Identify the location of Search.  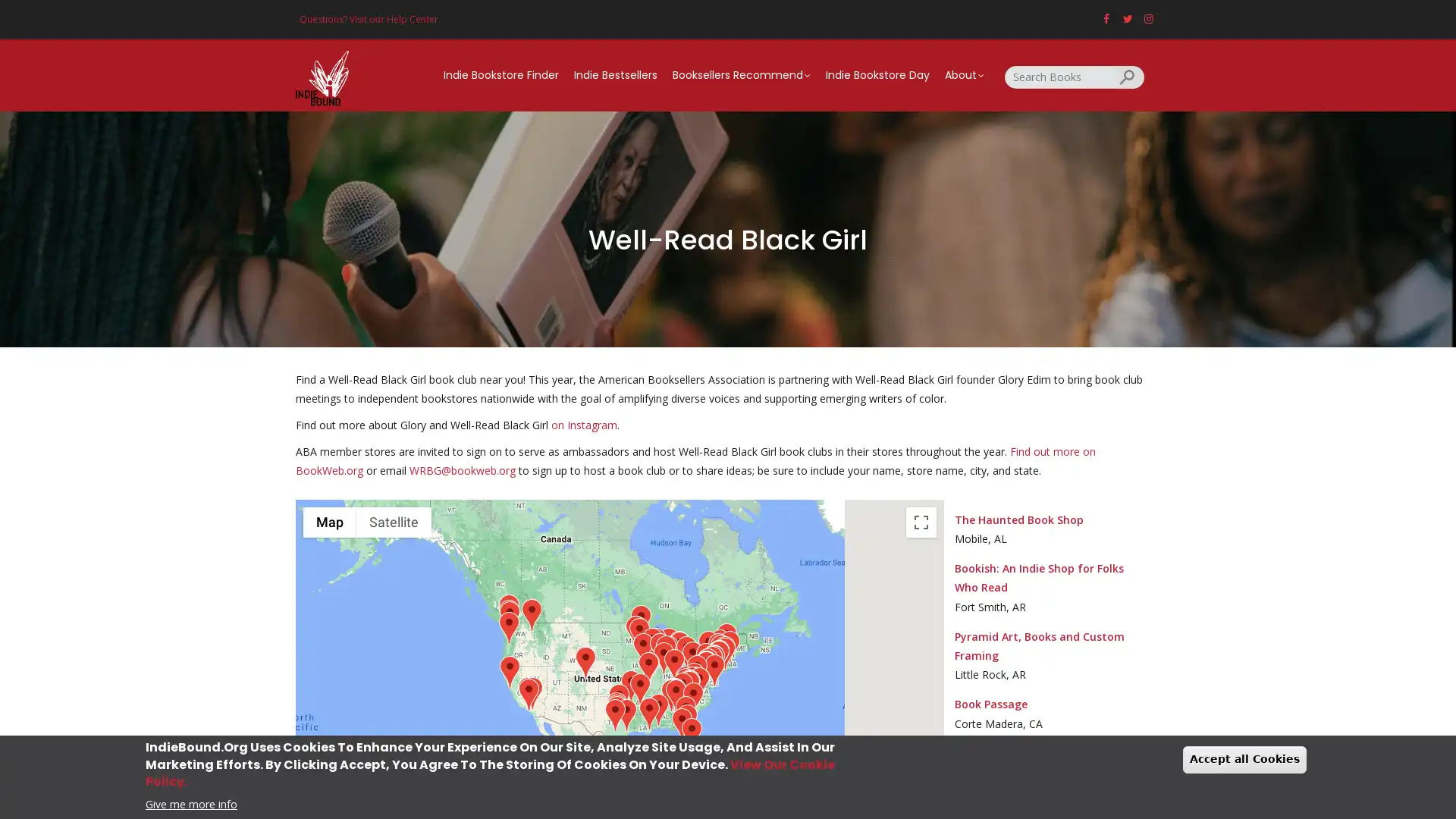
(1128, 76).